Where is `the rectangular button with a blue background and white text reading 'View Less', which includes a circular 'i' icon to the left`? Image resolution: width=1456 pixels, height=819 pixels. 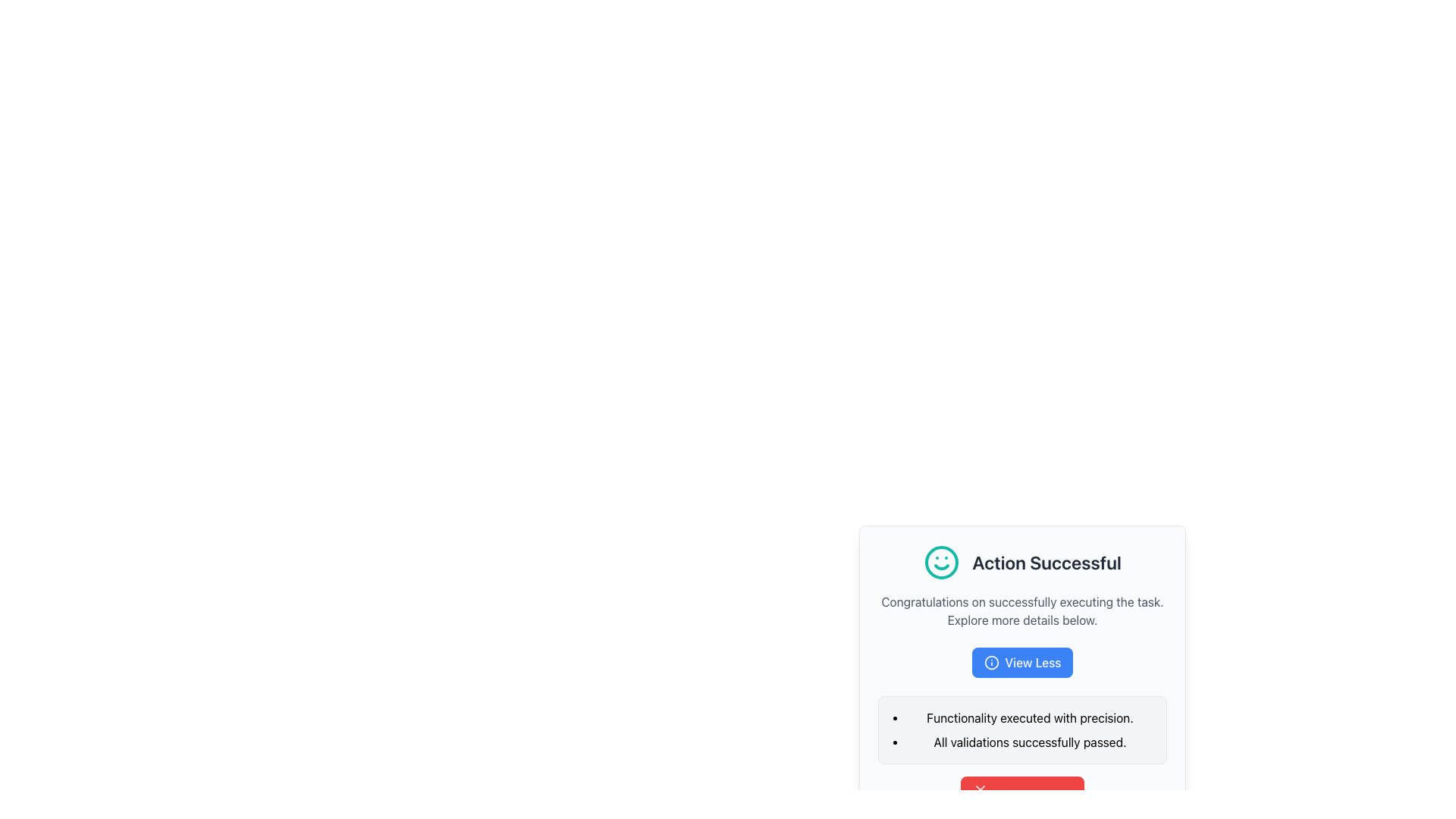 the rectangular button with a blue background and white text reading 'View Less', which includes a circular 'i' icon to the left is located at coordinates (1022, 662).